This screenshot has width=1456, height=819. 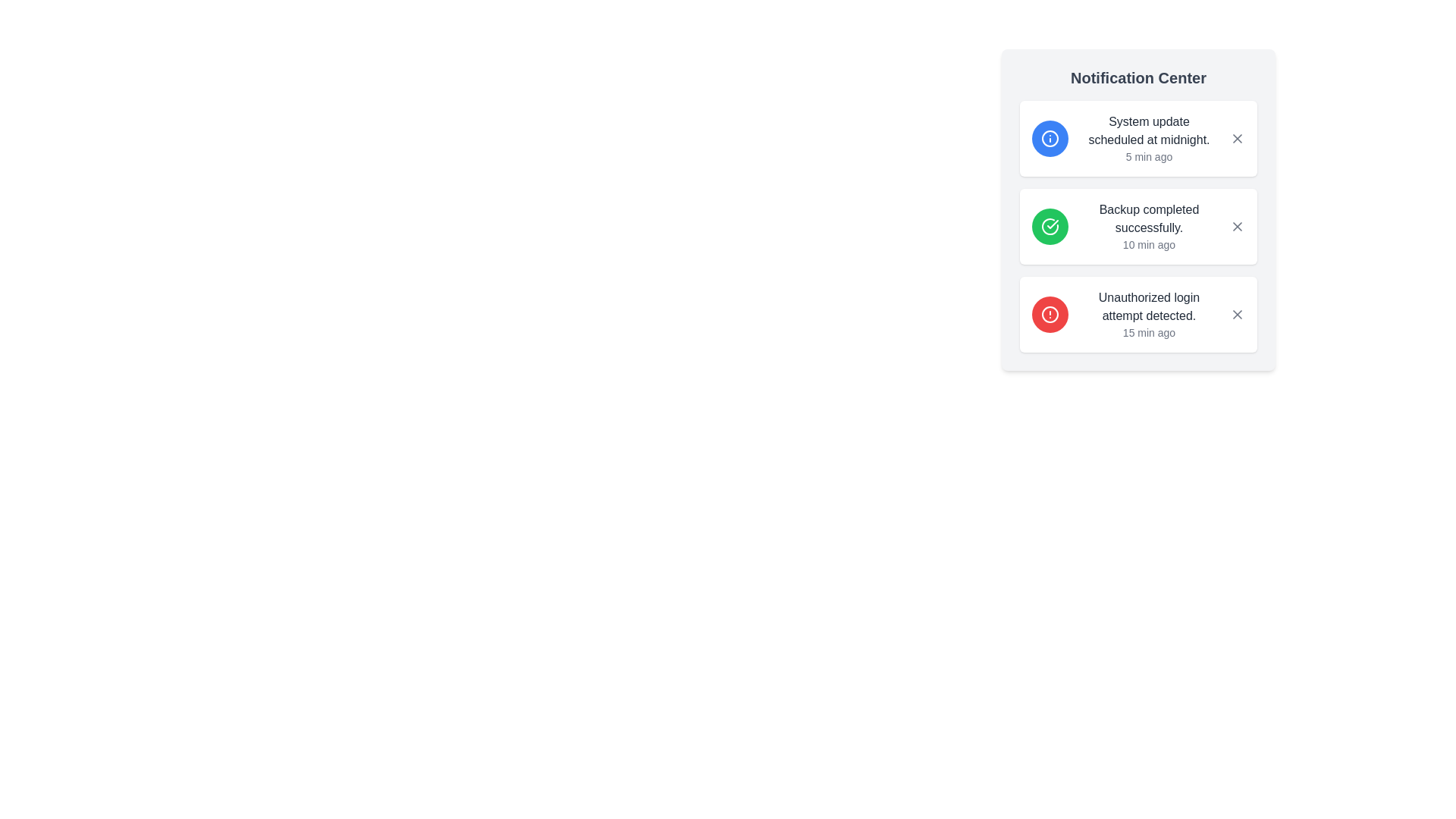 What do you see at coordinates (1050, 314) in the screenshot?
I see `the alert or error icon located in the third notification card of the 'Notification Center'` at bounding box center [1050, 314].